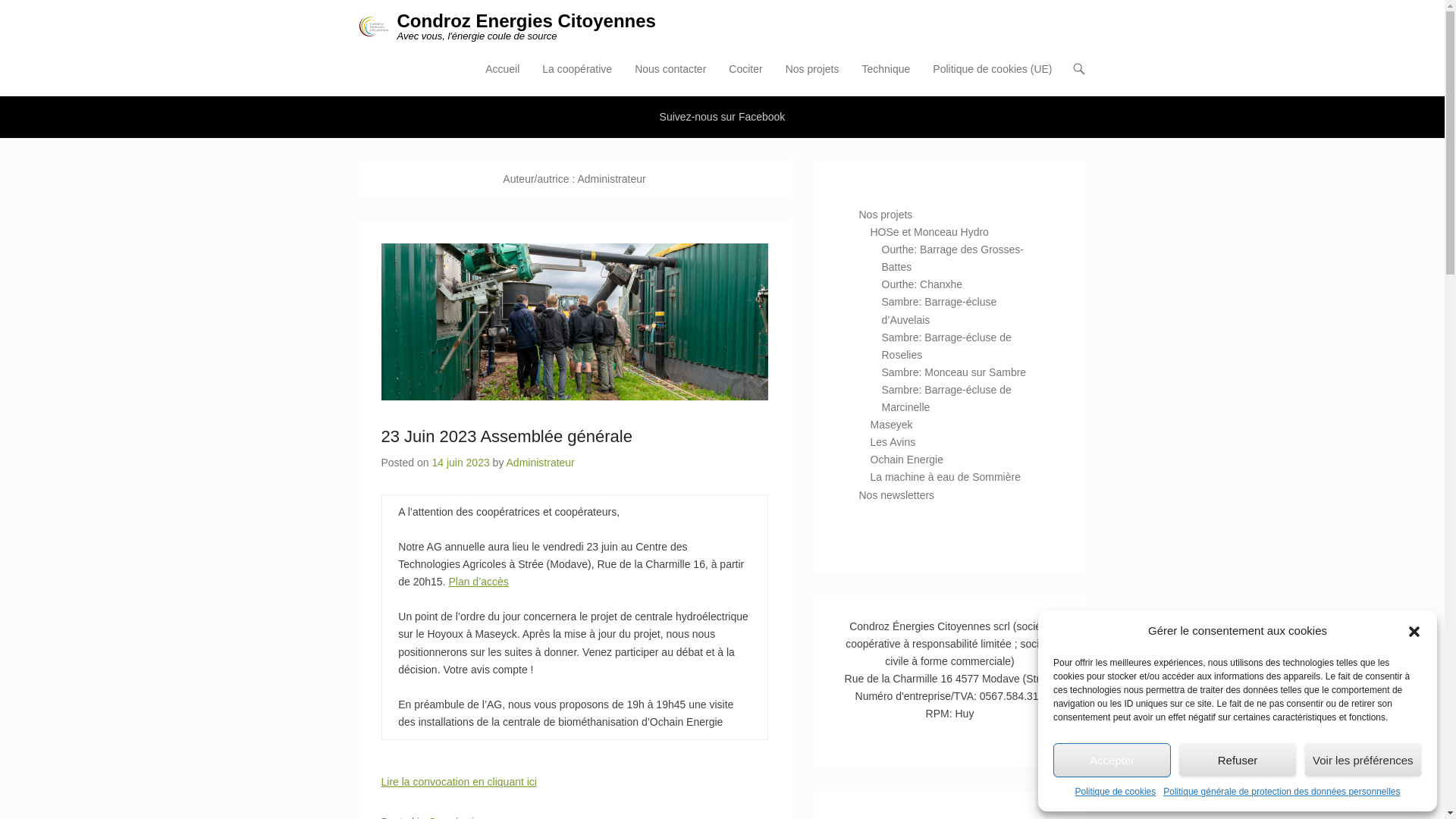 This screenshot has height=819, width=1456. What do you see at coordinates (952, 257) in the screenshot?
I see `'Ourthe: Barrage des Grosses-Battes'` at bounding box center [952, 257].